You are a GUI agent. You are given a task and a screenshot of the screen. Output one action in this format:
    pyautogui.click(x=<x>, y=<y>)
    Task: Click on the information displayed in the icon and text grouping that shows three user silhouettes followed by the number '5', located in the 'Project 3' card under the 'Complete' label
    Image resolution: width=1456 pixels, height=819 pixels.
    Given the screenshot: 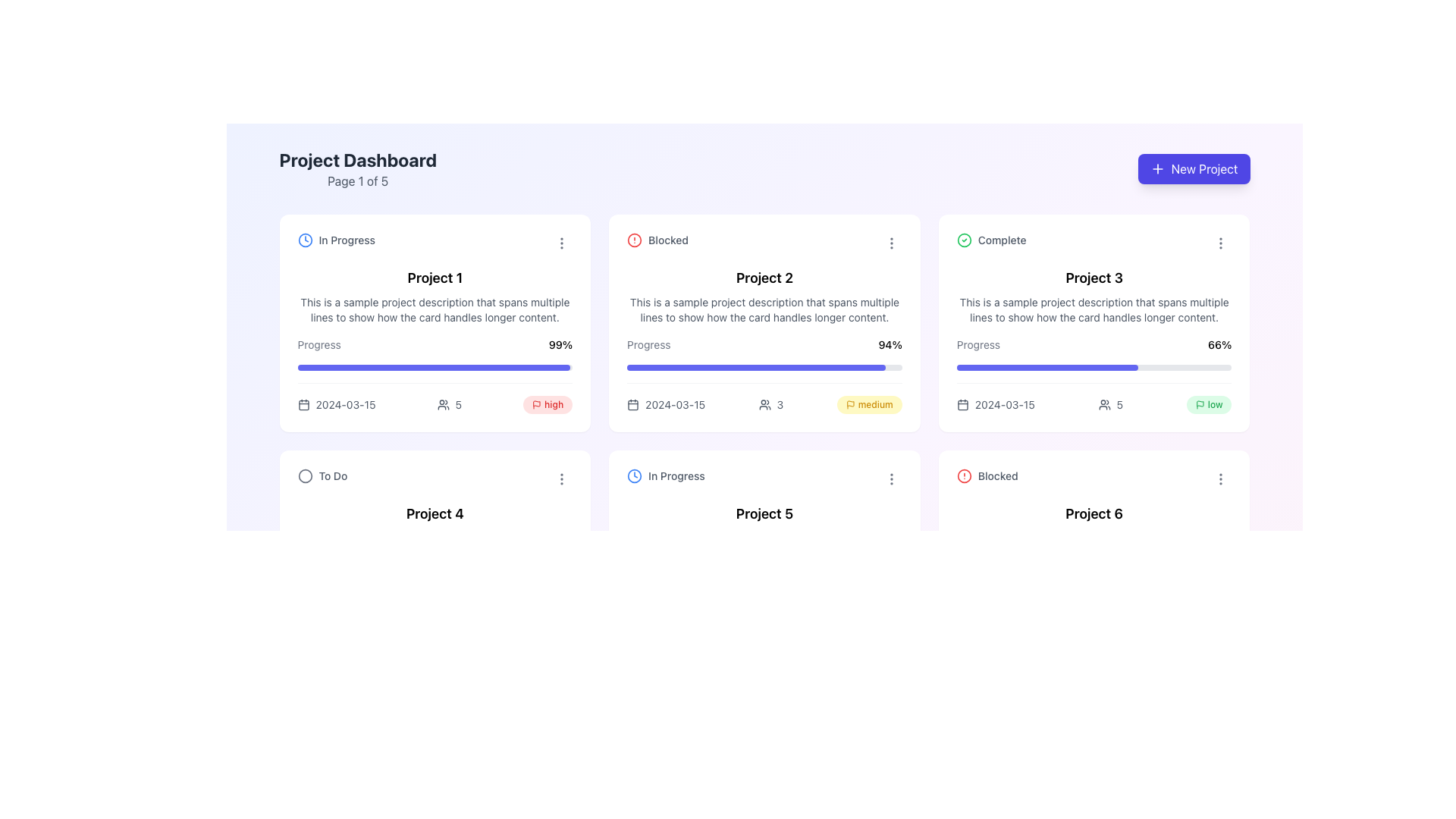 What is the action you would take?
    pyautogui.click(x=1110, y=403)
    